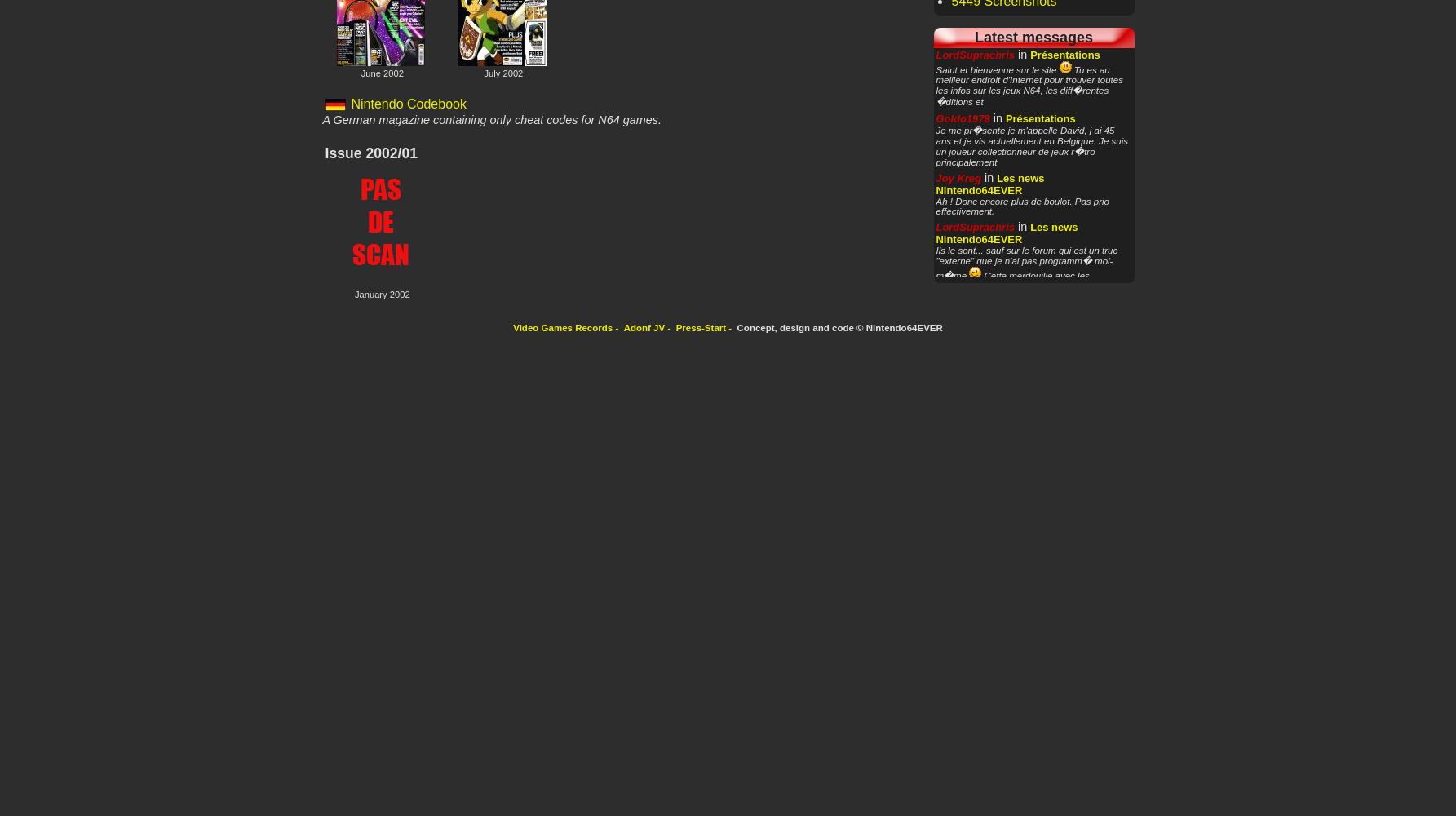  Describe the element at coordinates (491, 120) in the screenshot. I see `'A German magazine containing only cheat codes for N64 games.'` at that location.